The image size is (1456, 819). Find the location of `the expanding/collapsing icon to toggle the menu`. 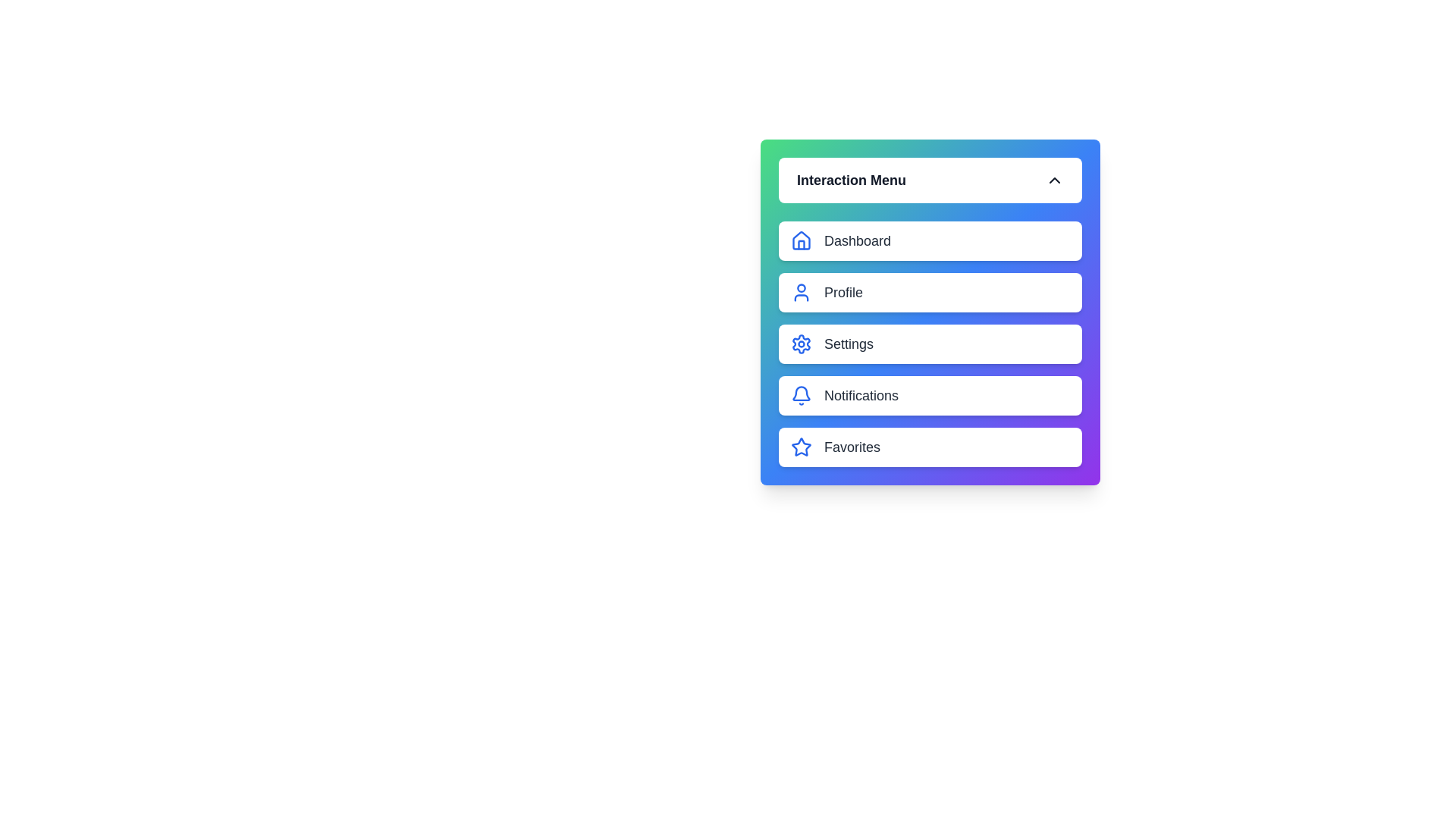

the expanding/collapsing icon to toggle the menu is located at coordinates (1054, 180).